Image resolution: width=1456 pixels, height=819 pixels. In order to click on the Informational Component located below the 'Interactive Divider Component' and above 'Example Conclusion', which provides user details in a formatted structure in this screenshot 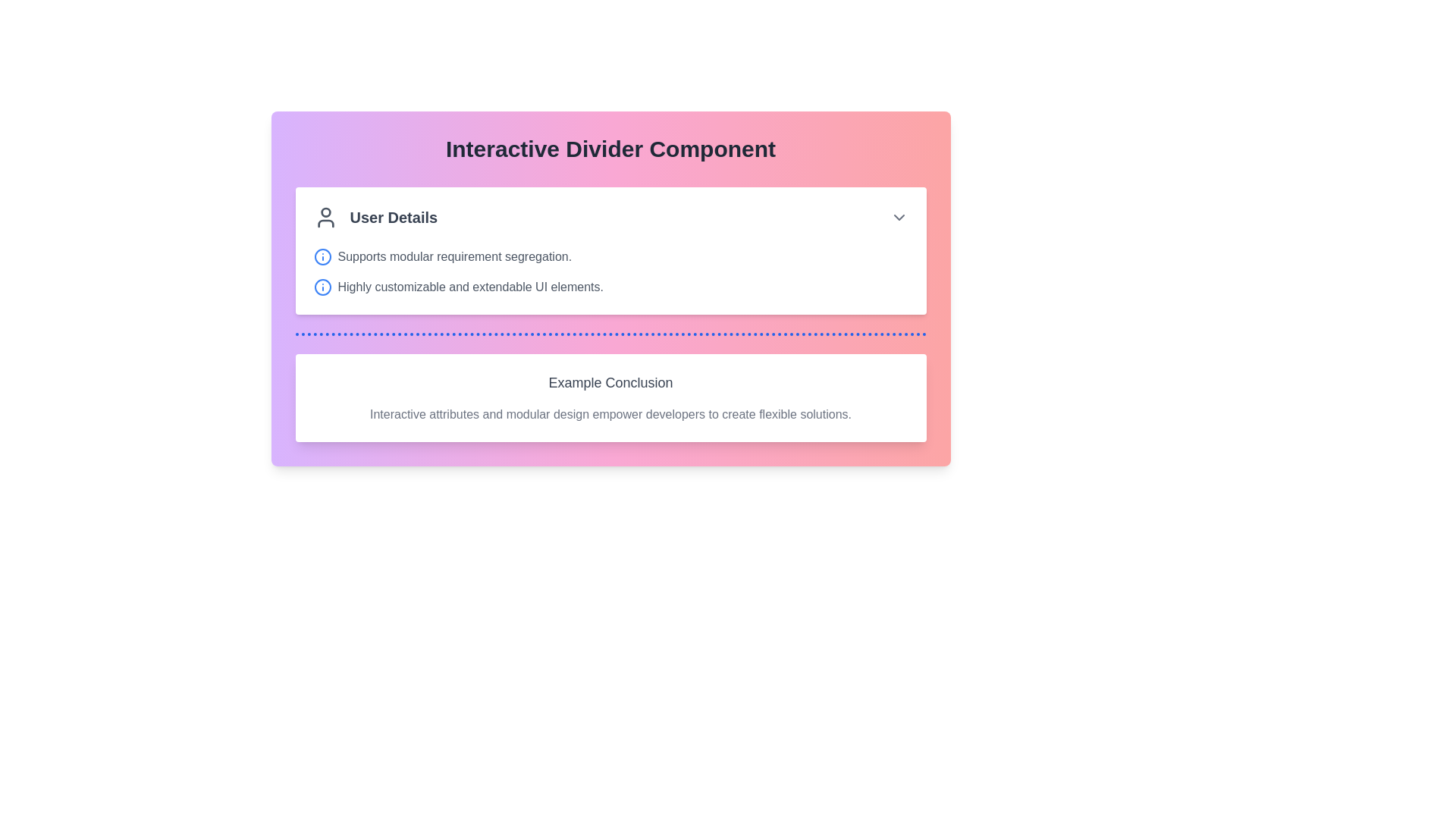, I will do `click(610, 250)`.